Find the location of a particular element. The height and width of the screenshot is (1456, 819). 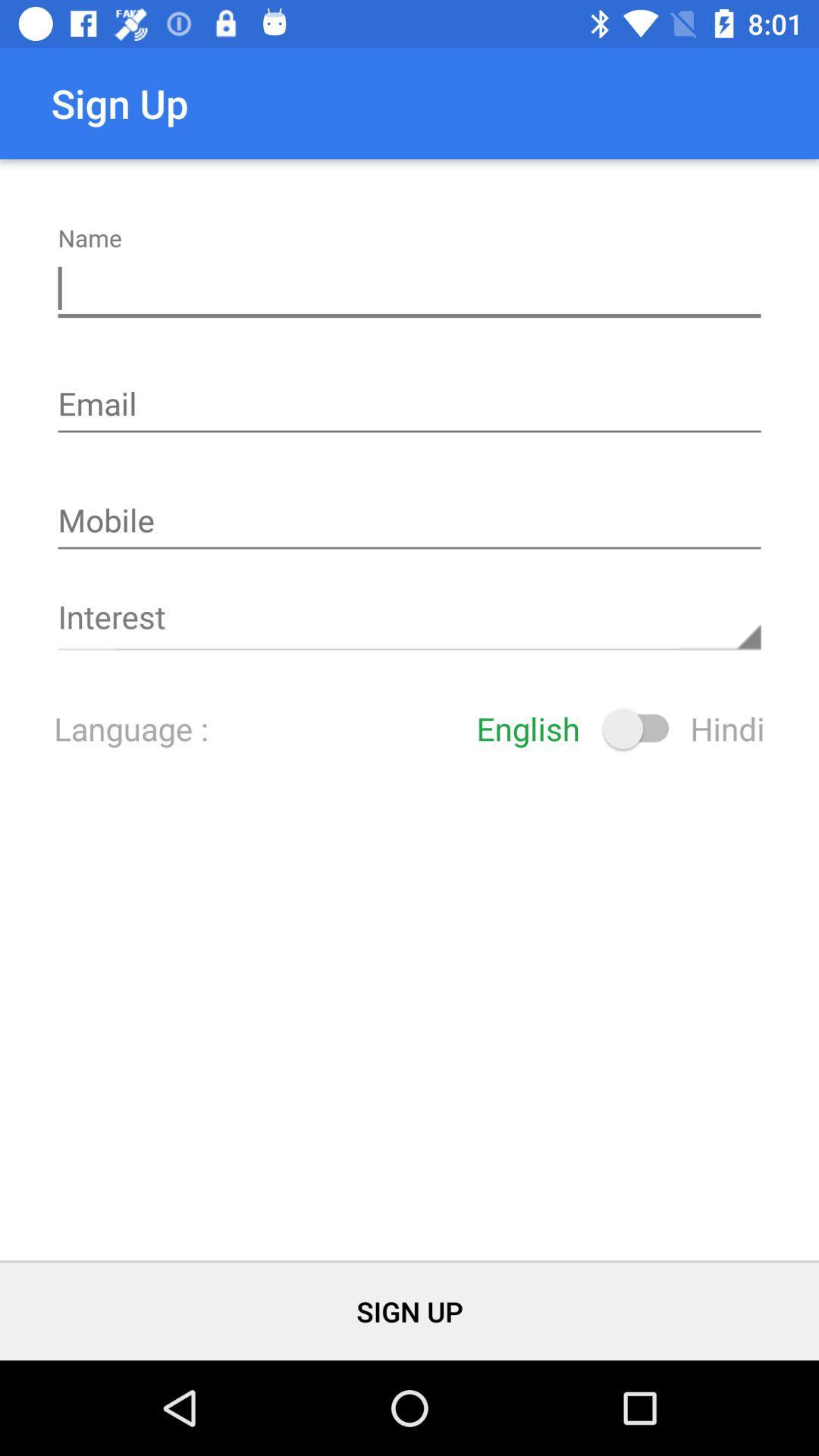

phone number is located at coordinates (409, 522).